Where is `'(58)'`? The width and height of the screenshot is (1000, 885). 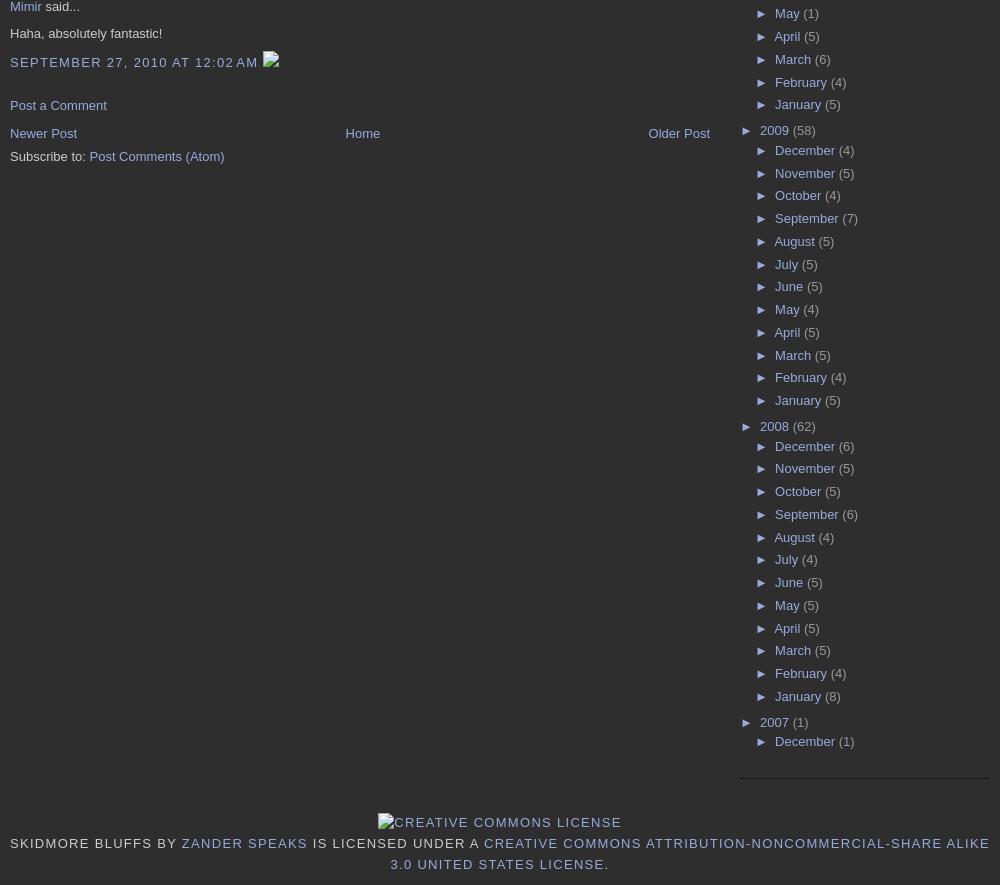 '(58)' is located at coordinates (792, 129).